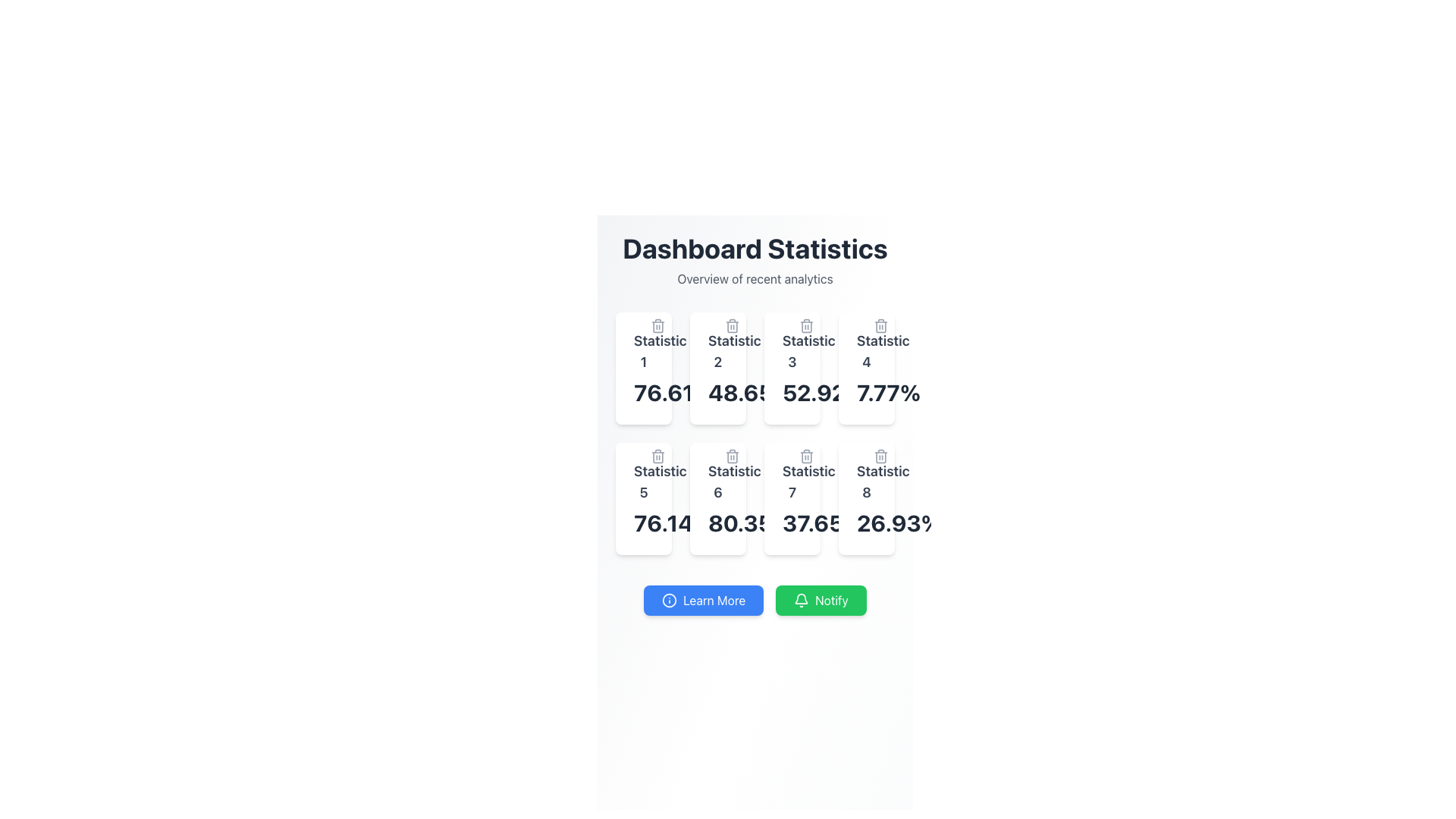 The image size is (1456, 819). What do you see at coordinates (644, 482) in the screenshot?
I see `the label that serves as the title for the statistic card located in the second row, first column of the grid layout` at bounding box center [644, 482].